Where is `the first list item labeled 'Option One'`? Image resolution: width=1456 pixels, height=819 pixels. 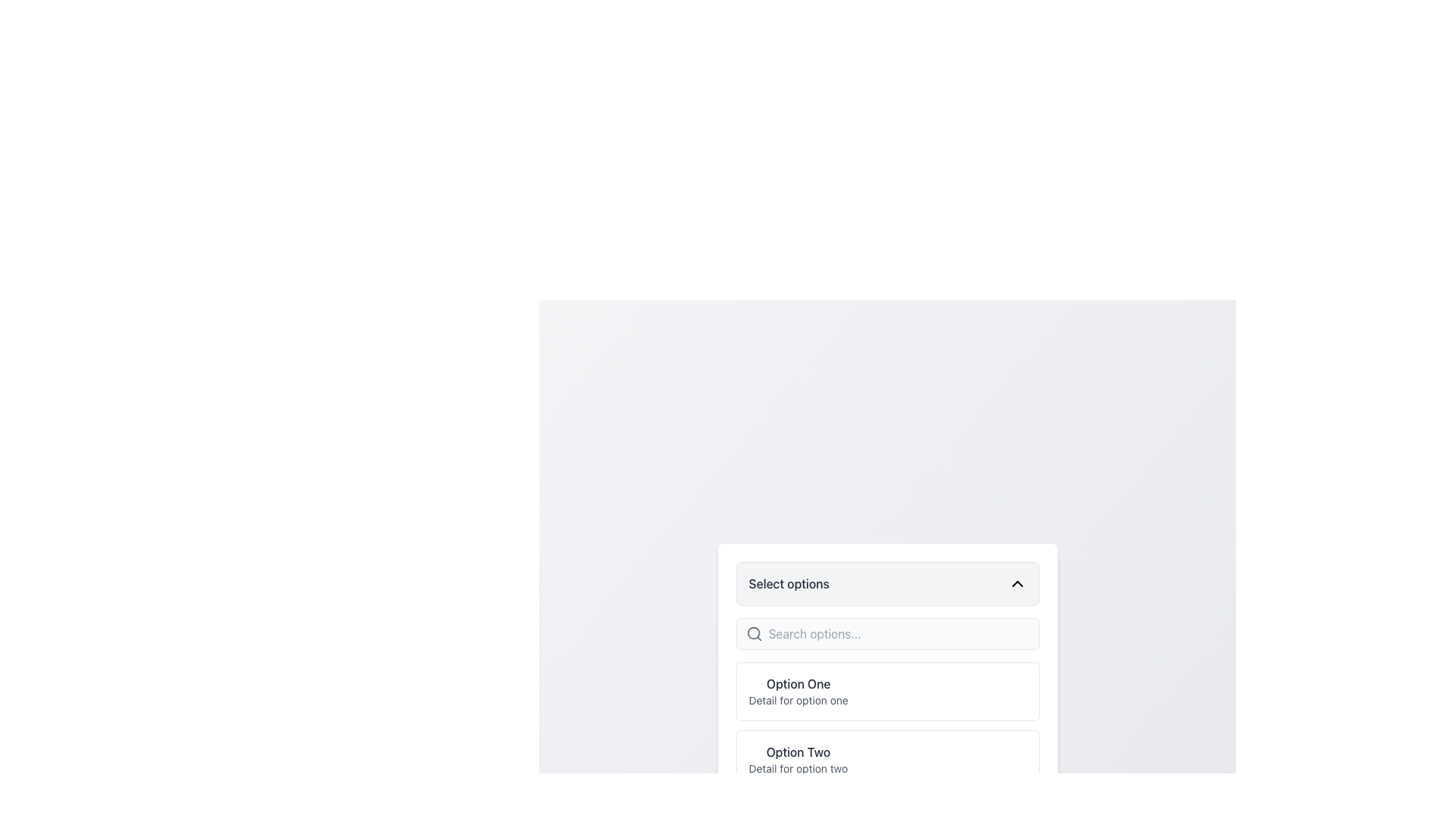 the first list item labeled 'Option One' is located at coordinates (798, 691).